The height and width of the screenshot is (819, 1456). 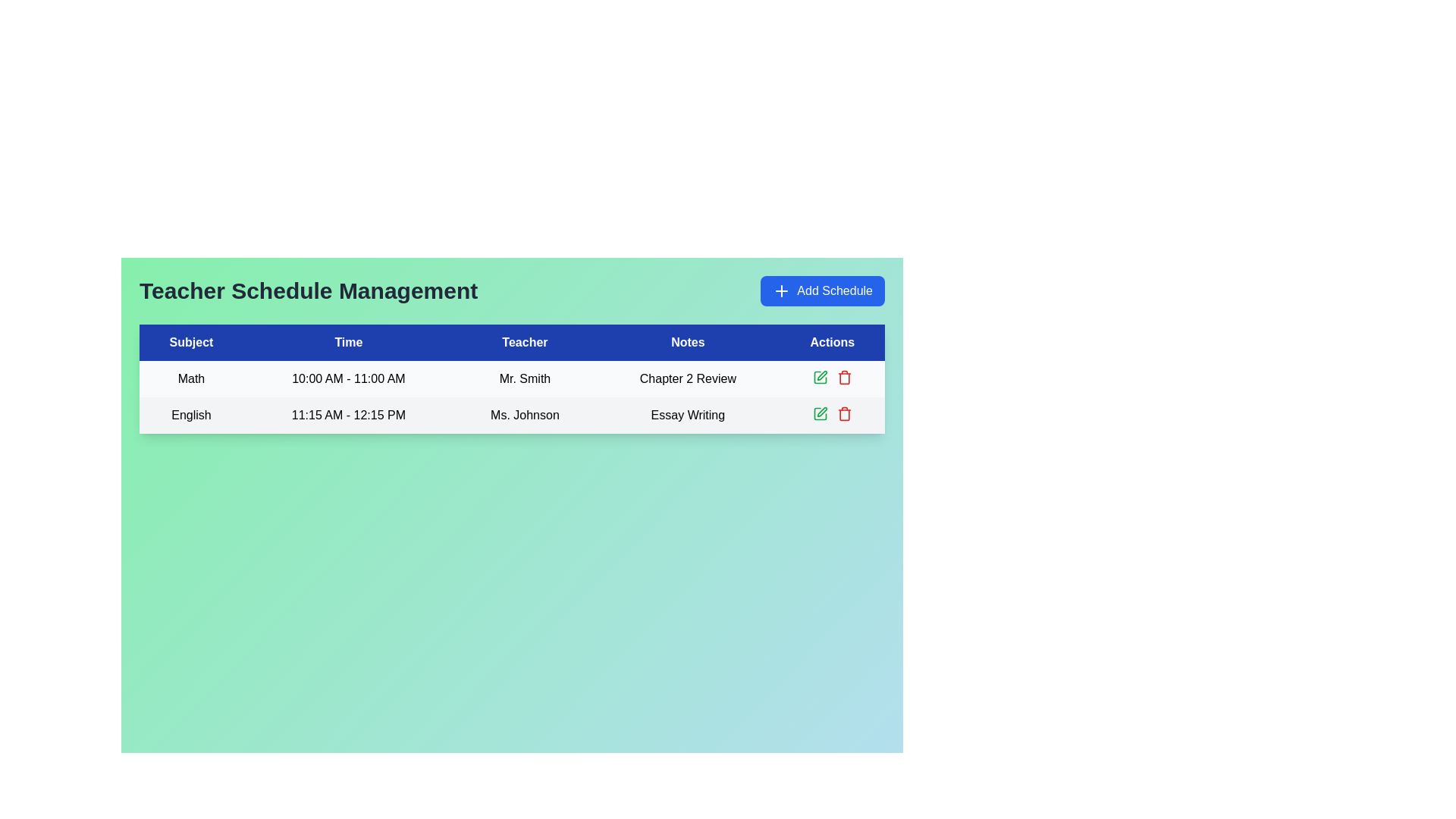 I want to click on the trash bin icon in the 'Actions' column of the second row, so click(x=843, y=415).